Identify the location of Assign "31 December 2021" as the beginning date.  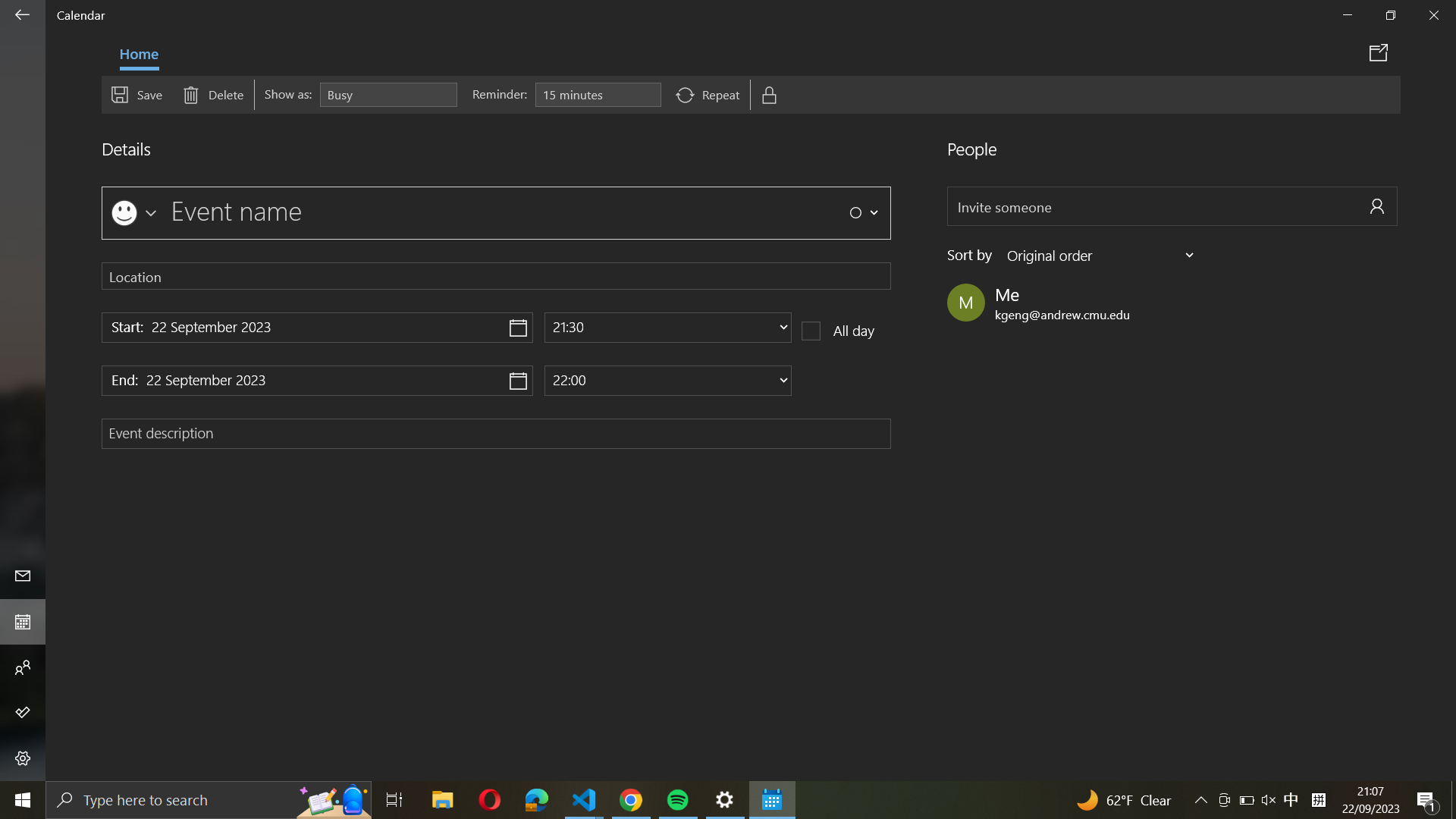
(316, 327).